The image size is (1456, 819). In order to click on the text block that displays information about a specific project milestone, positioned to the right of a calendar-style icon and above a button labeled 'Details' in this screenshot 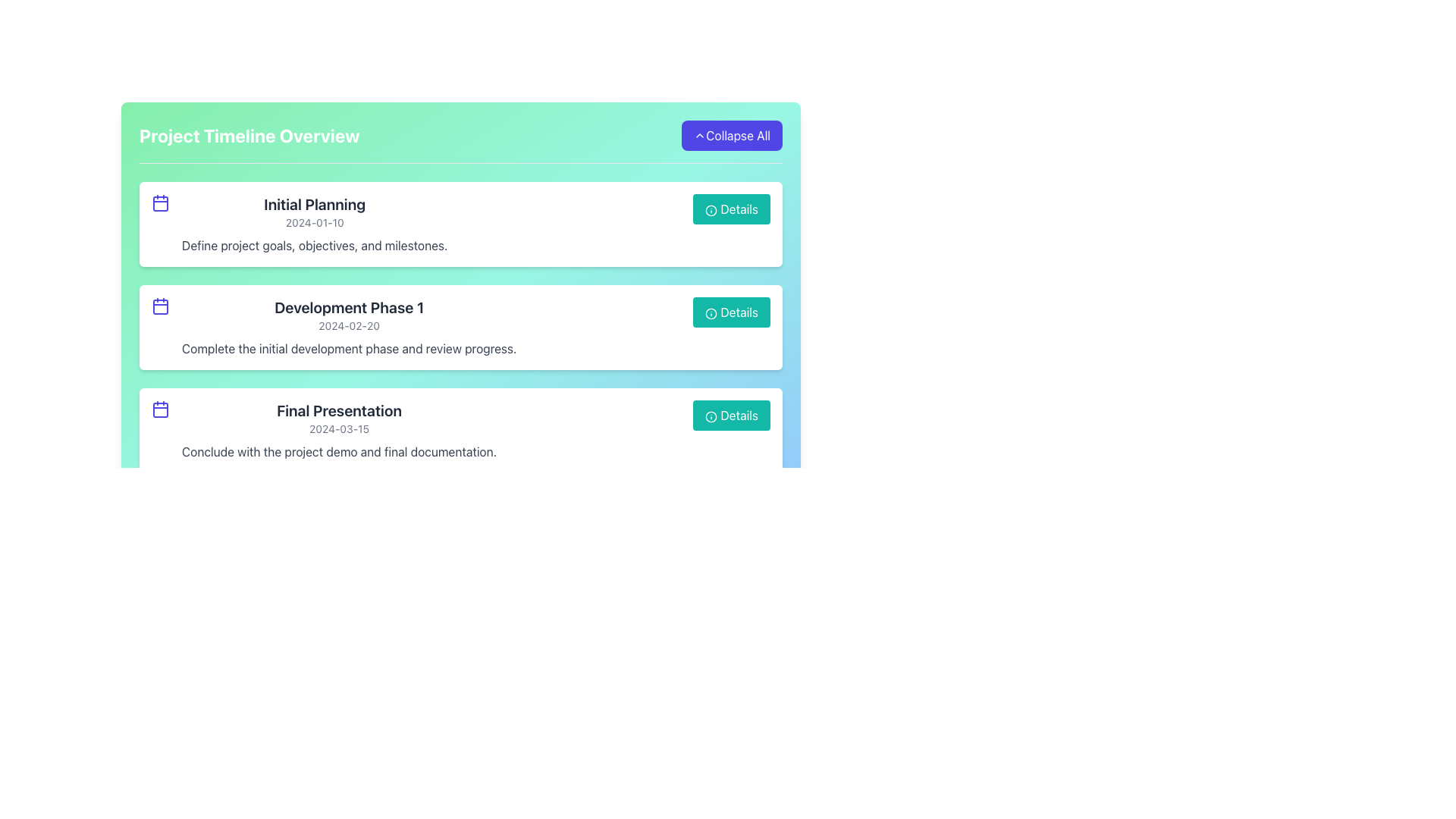, I will do `click(313, 224)`.